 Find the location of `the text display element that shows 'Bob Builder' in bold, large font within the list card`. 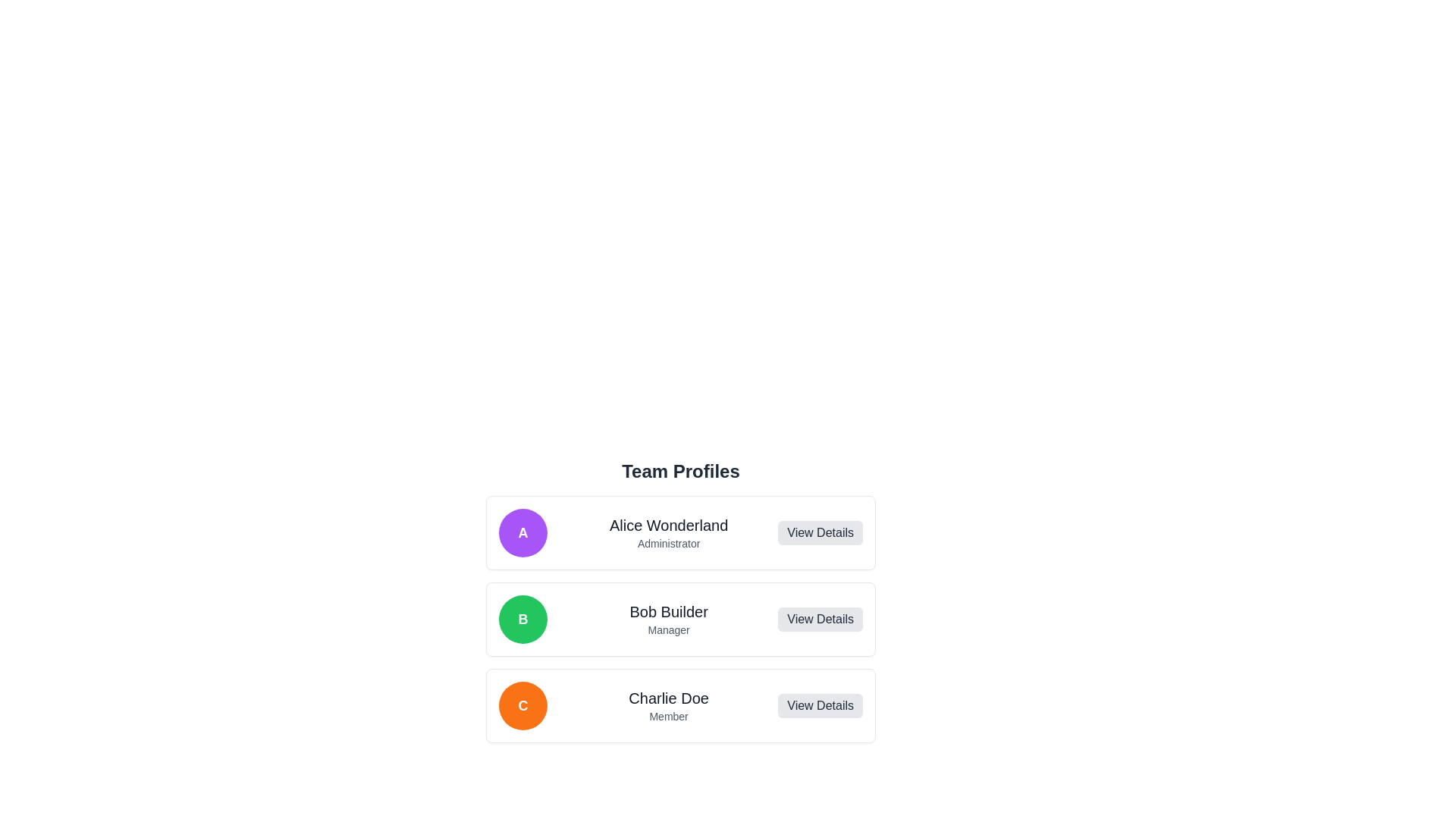

the text display element that shows 'Bob Builder' in bold, large font within the list card is located at coordinates (668, 610).